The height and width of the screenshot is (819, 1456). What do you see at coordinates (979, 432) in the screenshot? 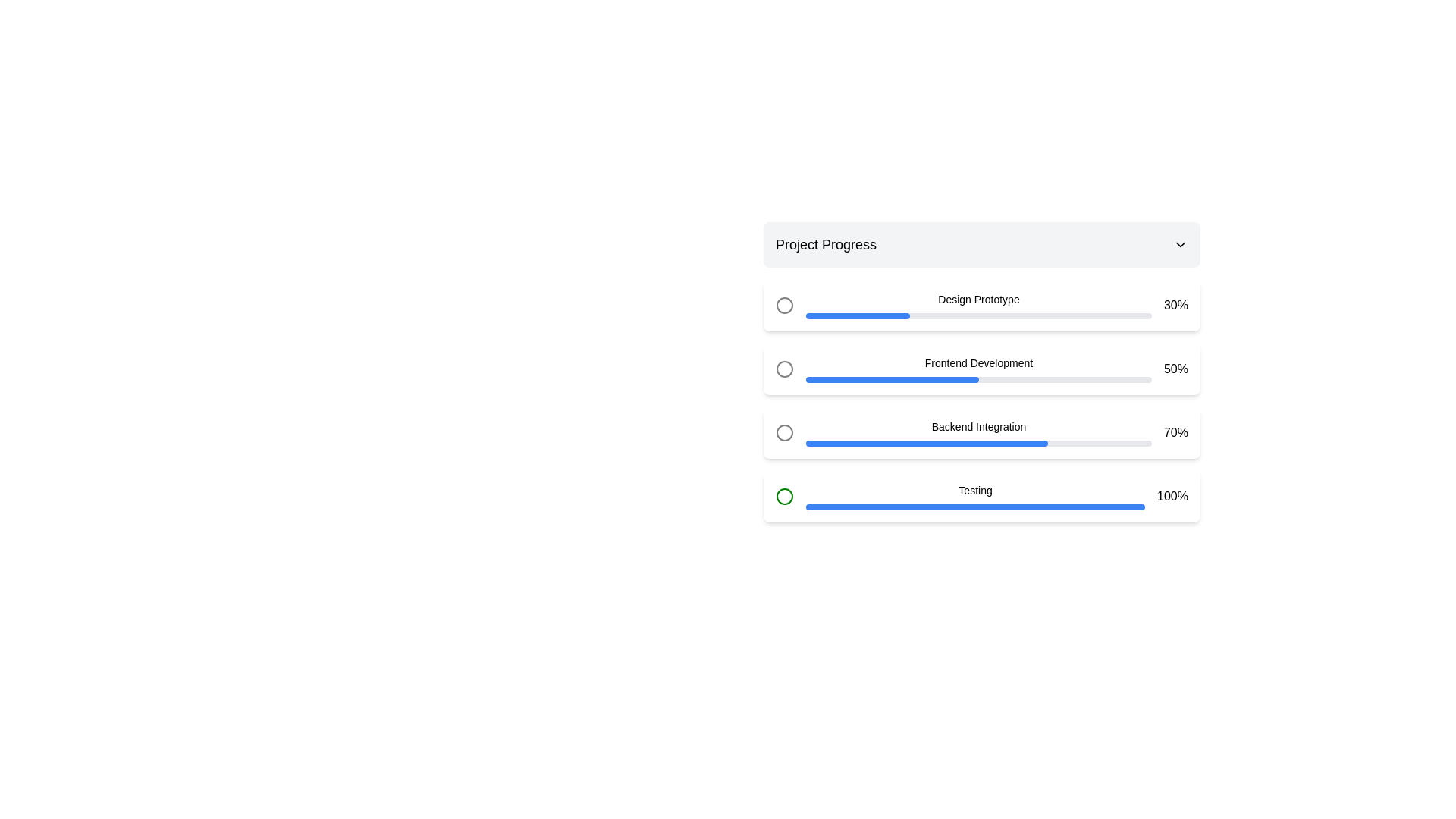
I see `the text label indicating 'Backend Integration' which describes the progress bar below it in the 'Project Progress' section` at bounding box center [979, 432].